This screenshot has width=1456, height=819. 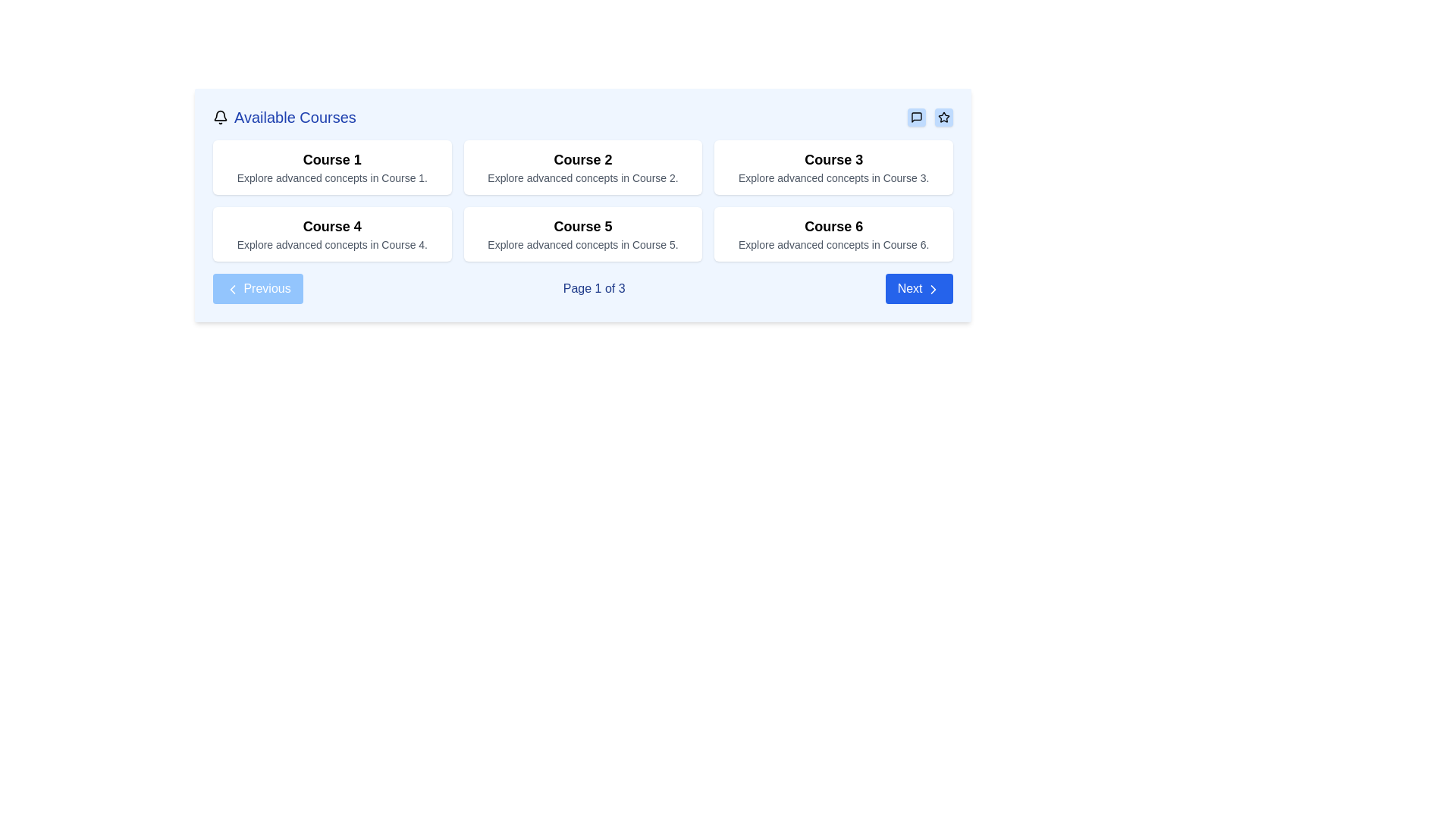 What do you see at coordinates (833, 177) in the screenshot?
I see `the text label providing additional information about Course 3, which is located near the center-right of the layout within a white box with rounded corners and shadow effects, and is the second line of text underneath the header 'Course 3'` at bounding box center [833, 177].